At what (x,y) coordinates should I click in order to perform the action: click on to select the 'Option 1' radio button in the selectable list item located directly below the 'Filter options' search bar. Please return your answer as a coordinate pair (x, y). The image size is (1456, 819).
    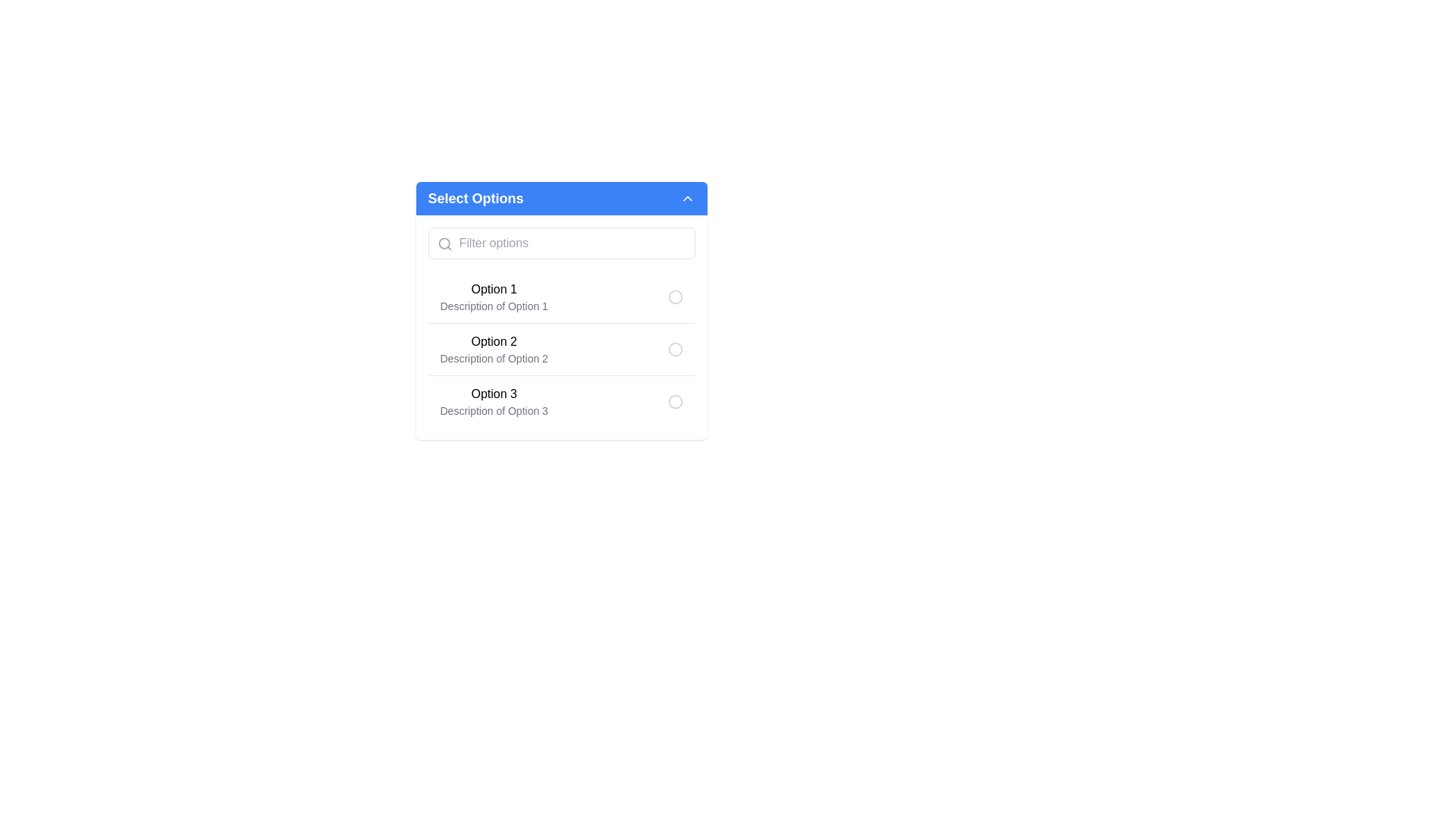
    Looking at the image, I should click on (560, 297).